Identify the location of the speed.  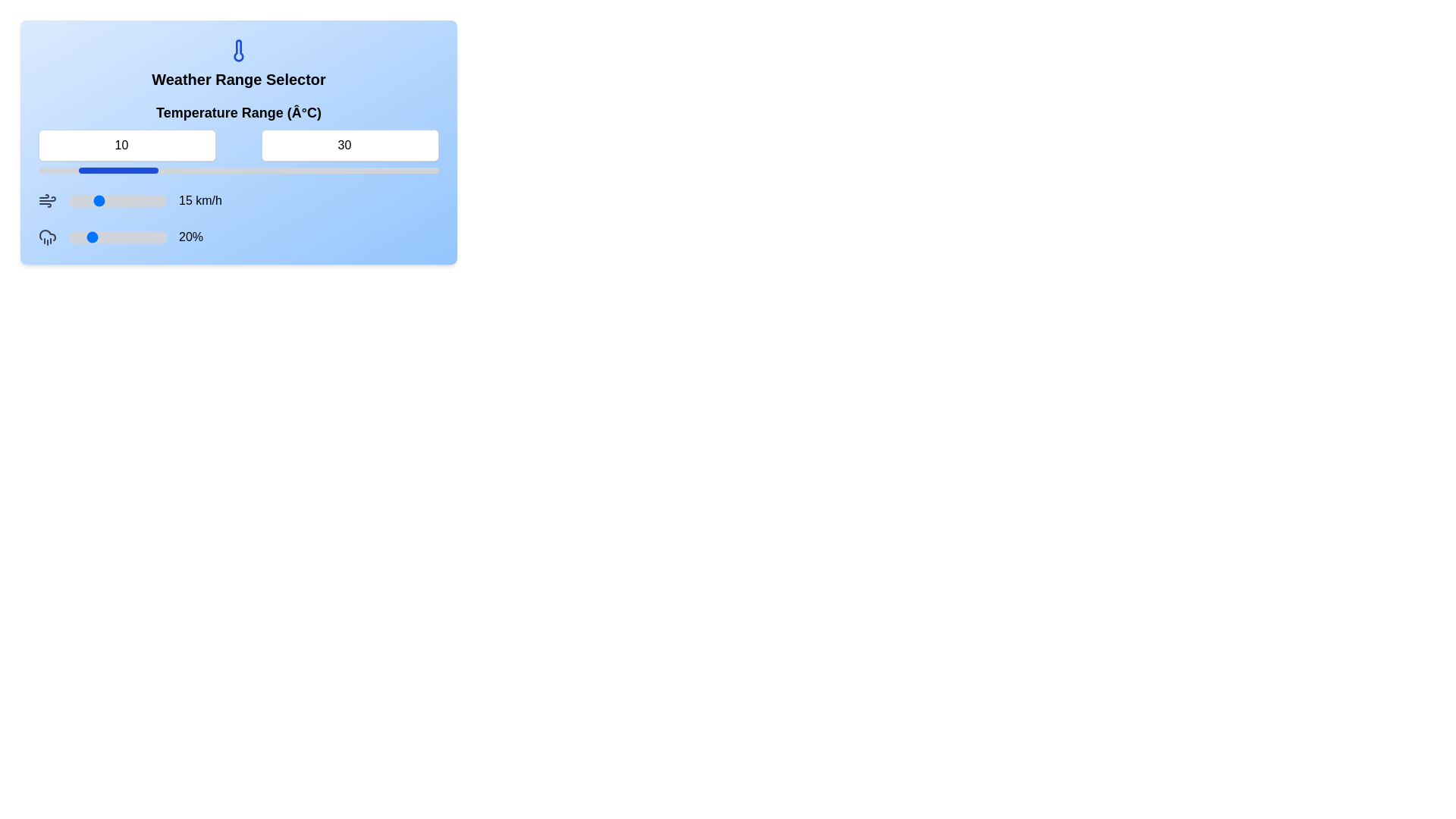
(158, 200).